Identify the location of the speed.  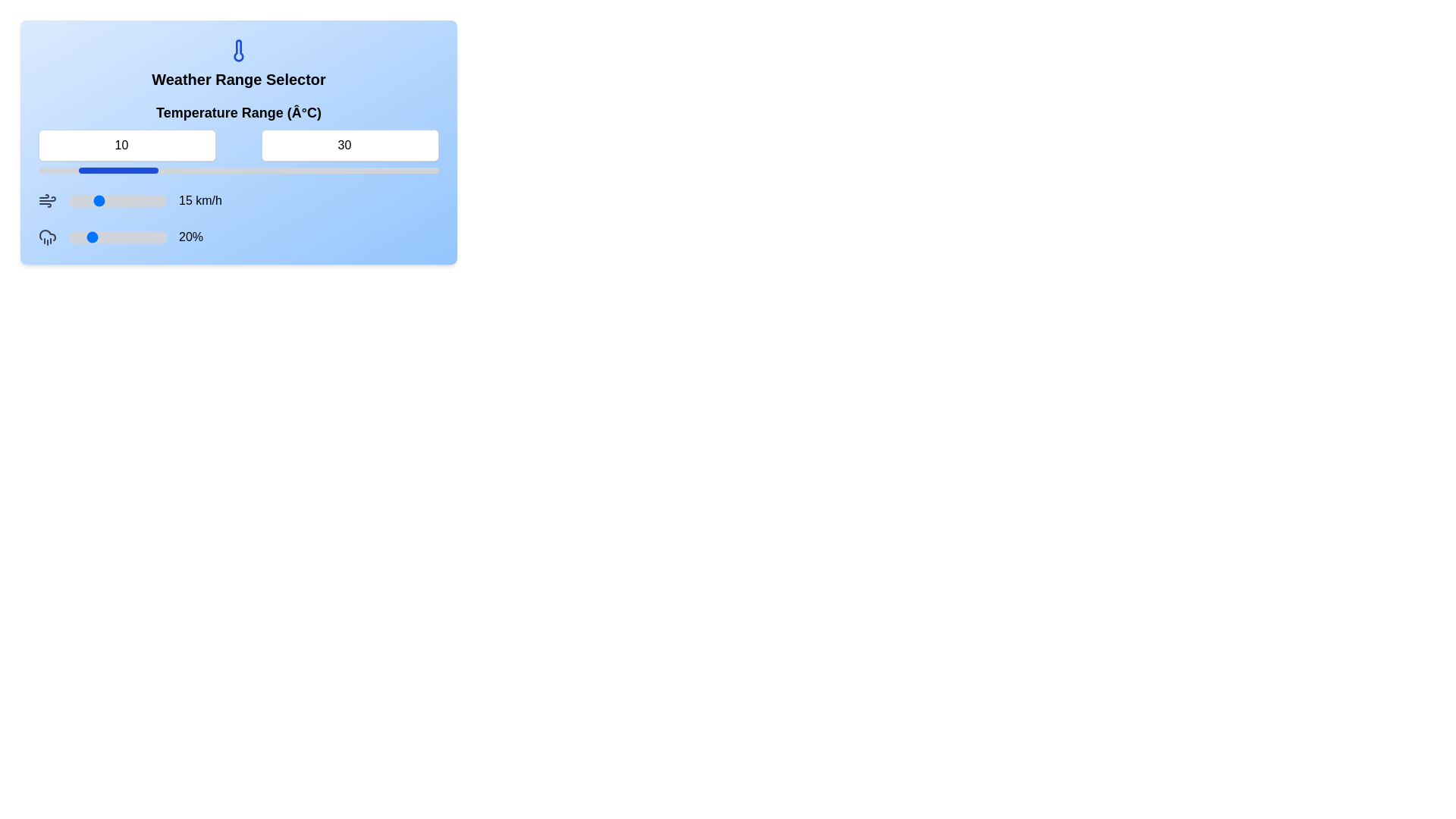
(158, 200).